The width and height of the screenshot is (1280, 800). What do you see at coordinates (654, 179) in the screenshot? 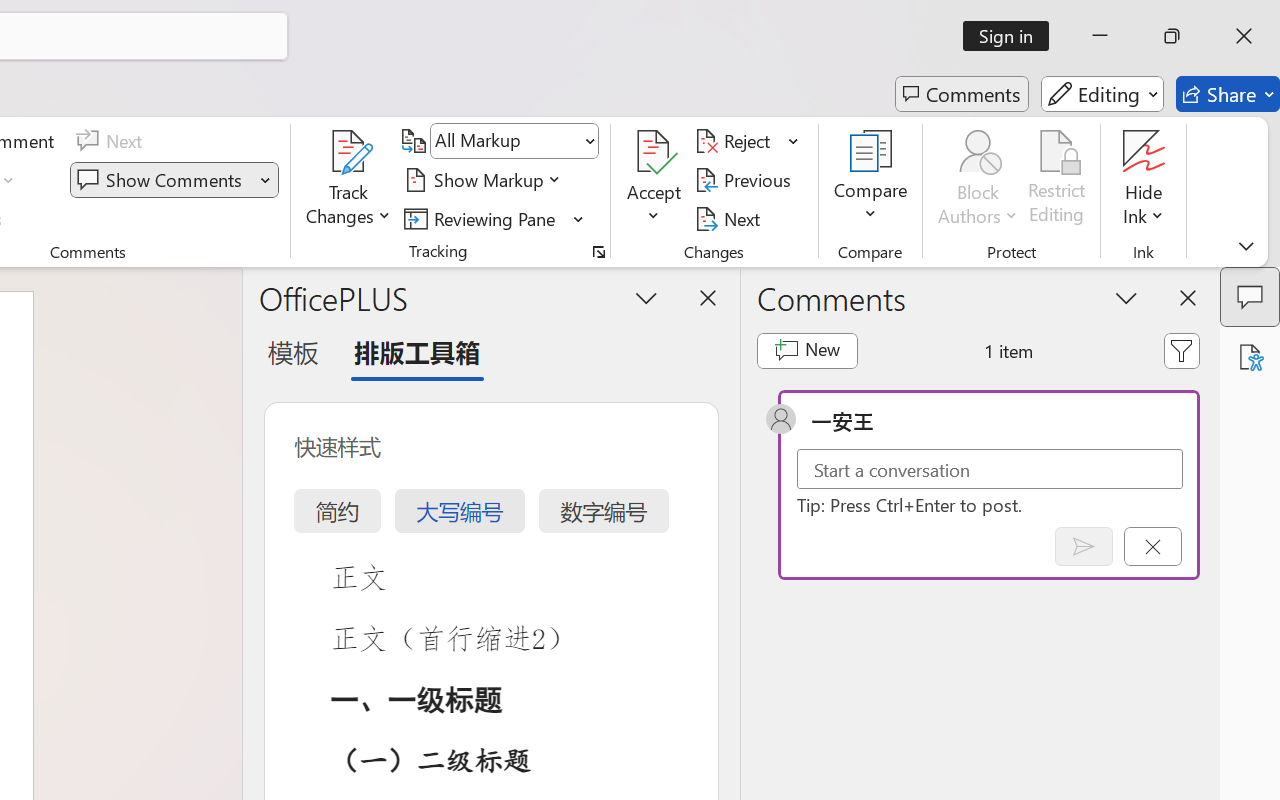
I see `'Accept'` at bounding box center [654, 179].